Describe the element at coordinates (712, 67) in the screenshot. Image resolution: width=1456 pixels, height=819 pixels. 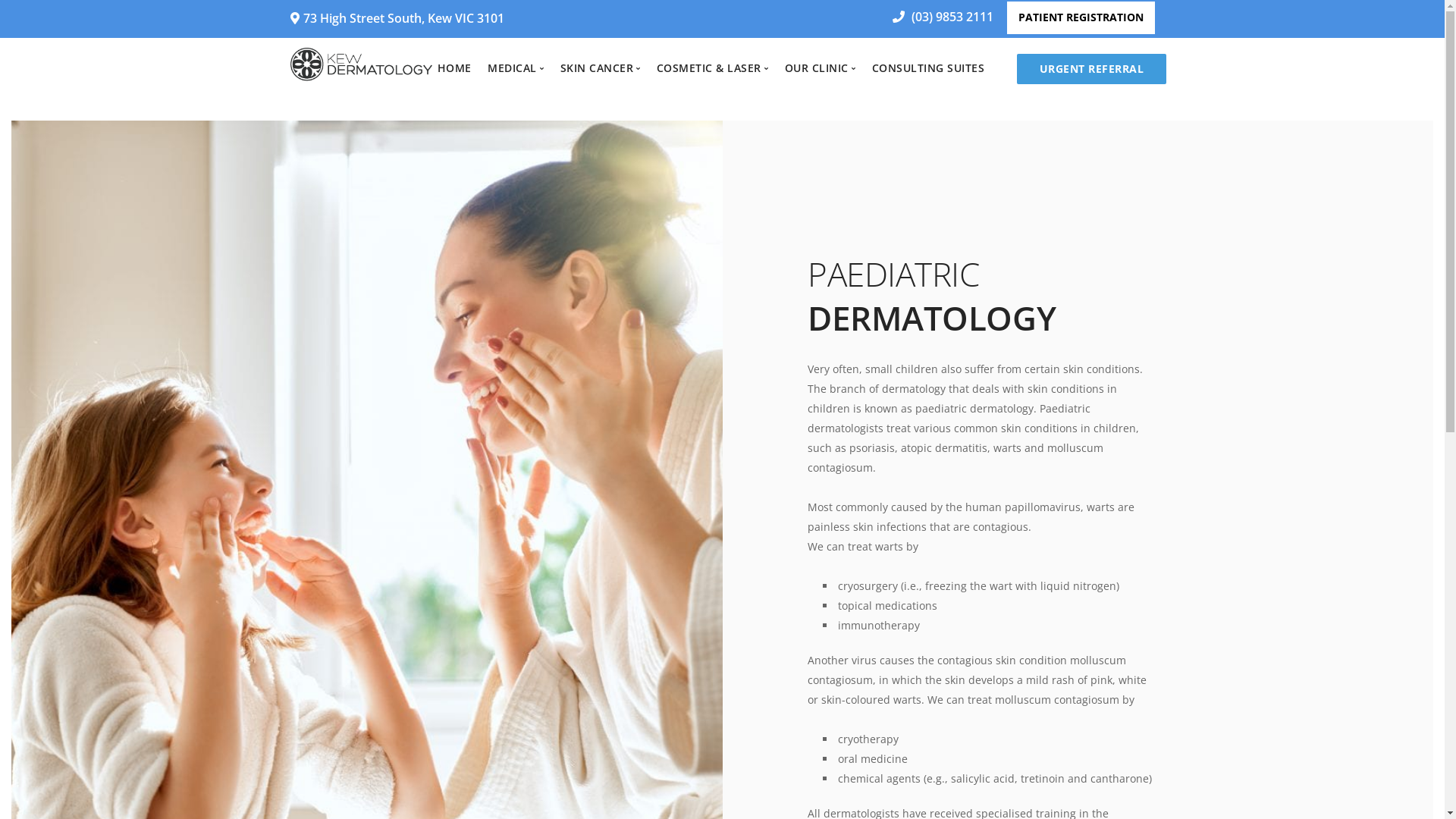
I see `'COSMETIC & LASER'` at that location.